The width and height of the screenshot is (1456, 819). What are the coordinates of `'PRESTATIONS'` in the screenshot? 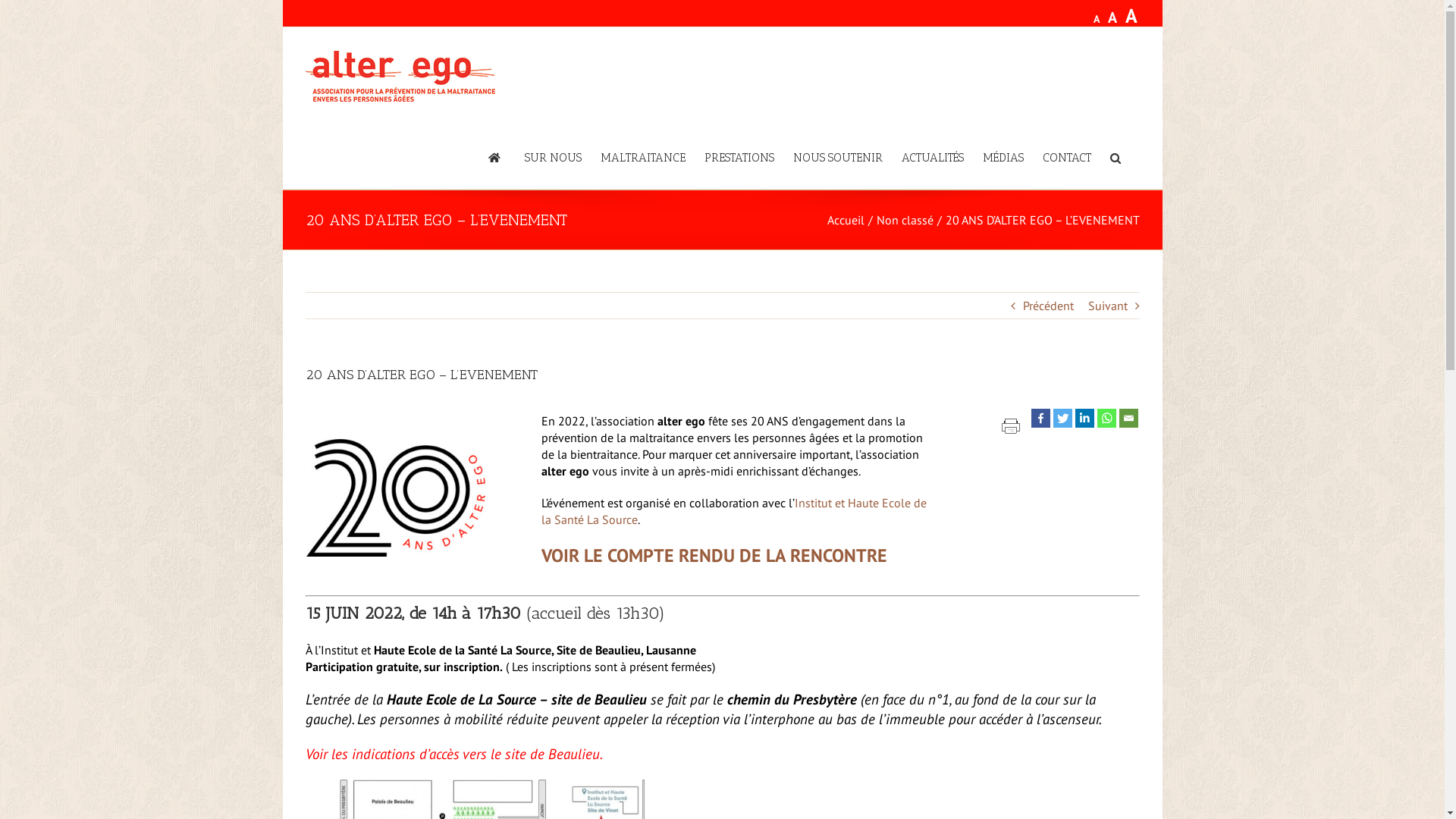 It's located at (739, 157).